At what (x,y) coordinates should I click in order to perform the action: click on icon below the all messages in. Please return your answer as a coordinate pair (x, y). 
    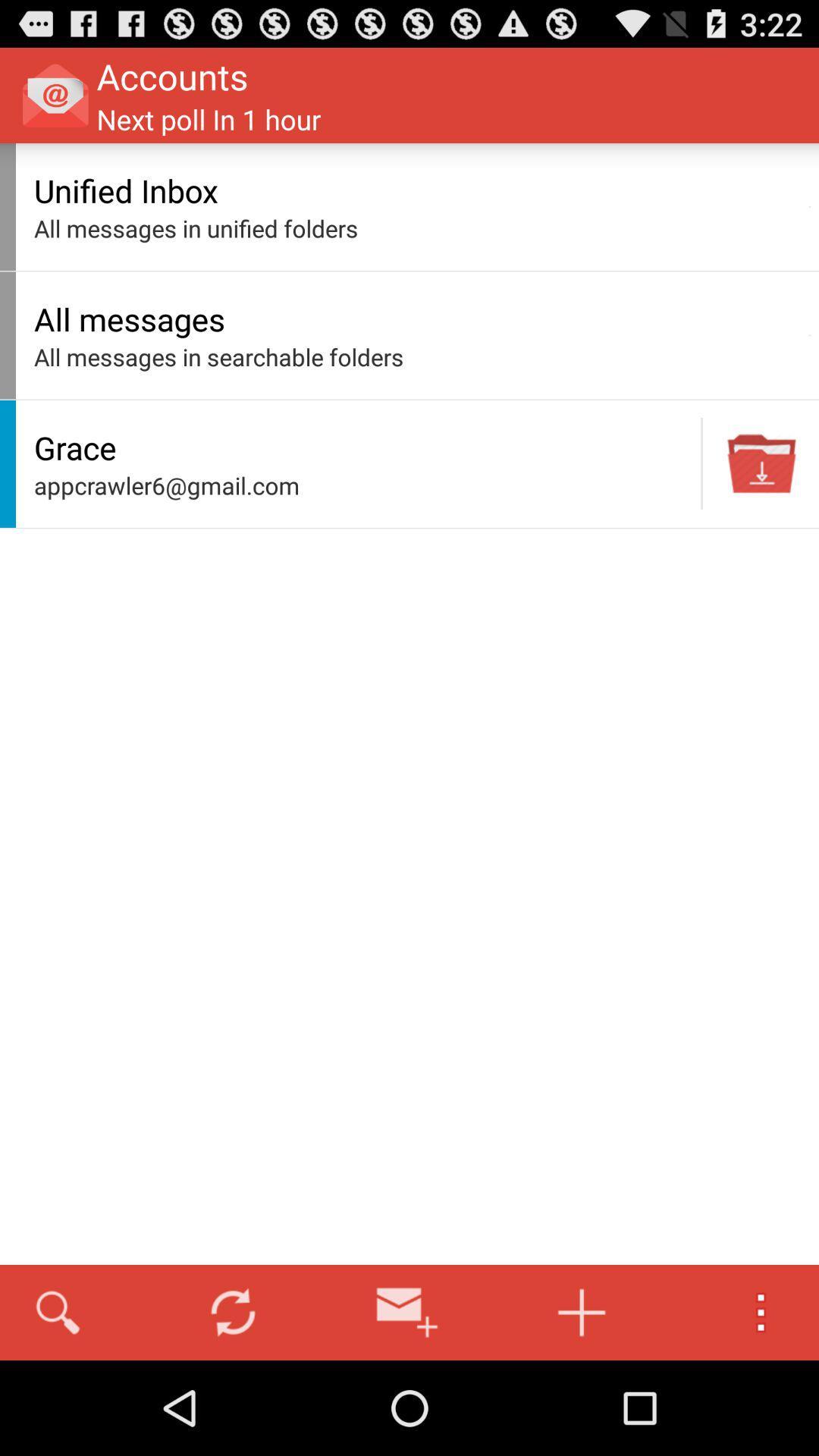
    Looking at the image, I should click on (363, 447).